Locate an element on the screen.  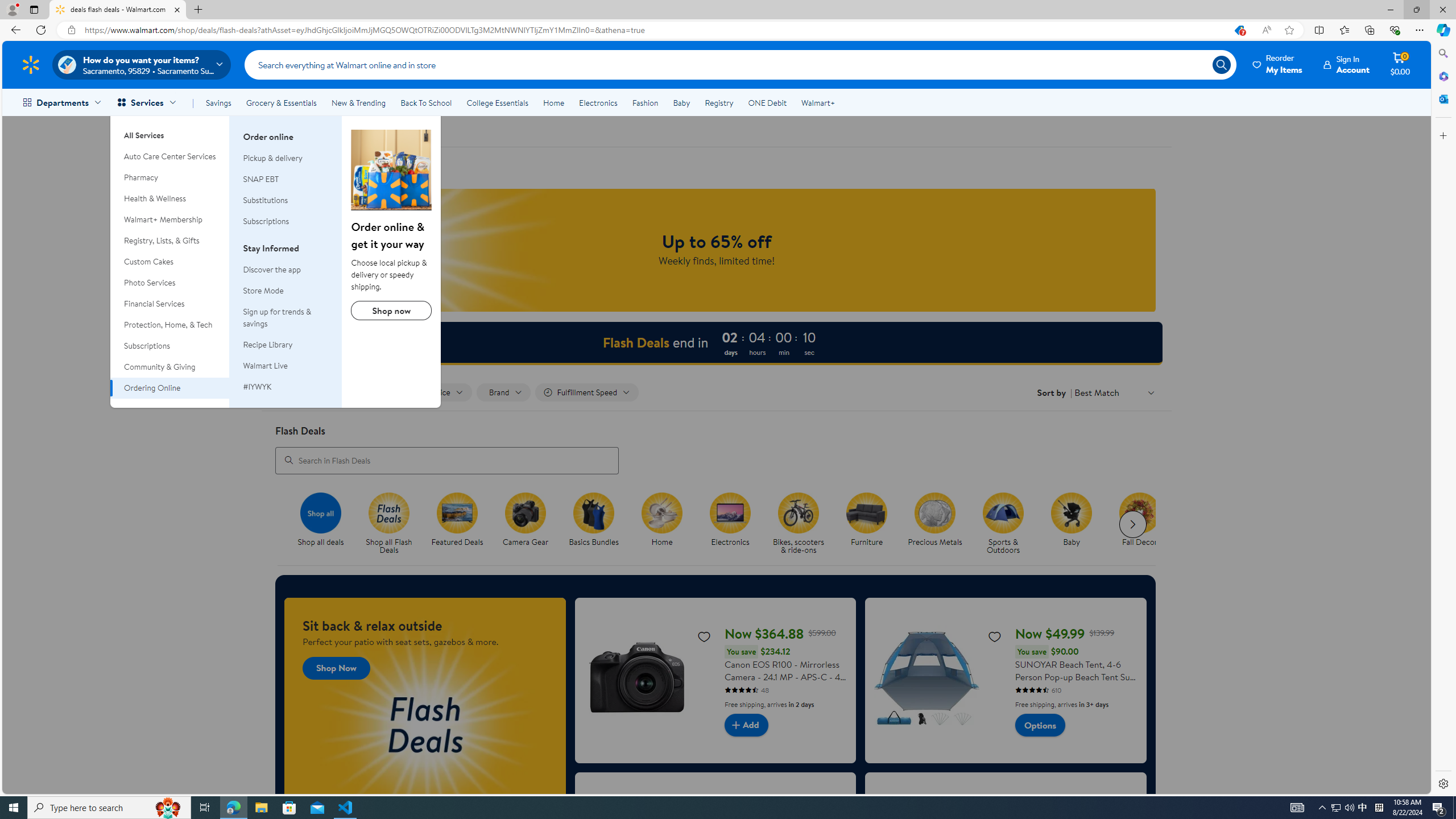
'Store Mode' is located at coordinates (286, 290).